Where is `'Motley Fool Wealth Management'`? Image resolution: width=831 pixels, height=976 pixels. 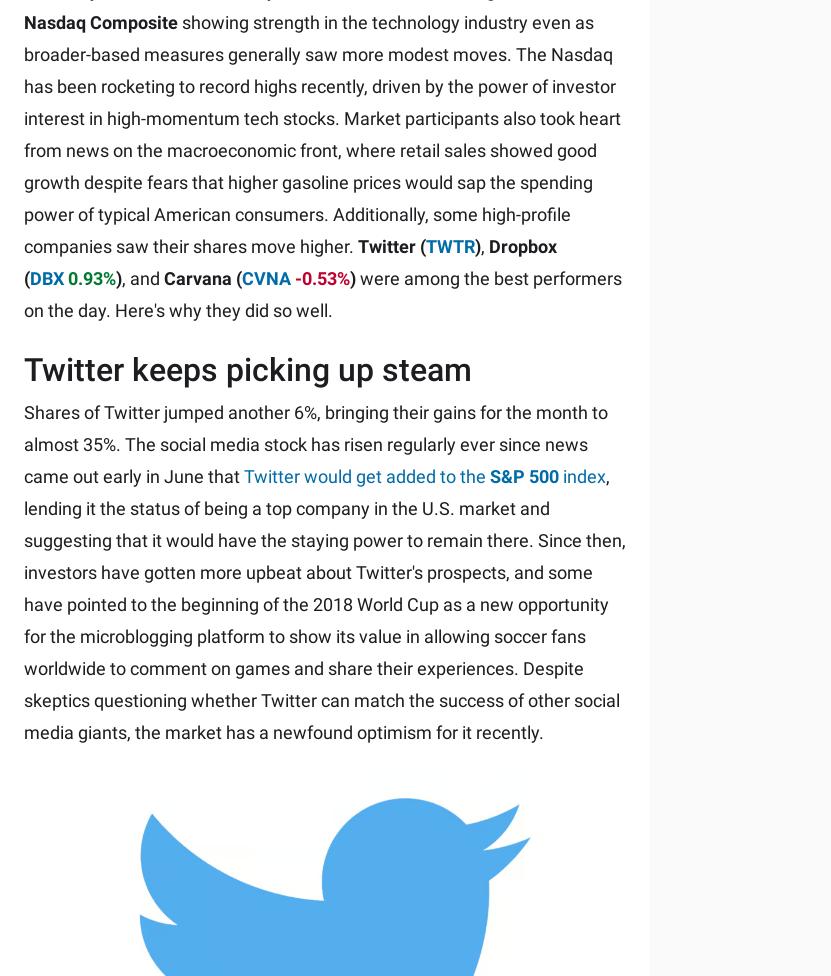 'Motley Fool Wealth Management' is located at coordinates (211, 698).